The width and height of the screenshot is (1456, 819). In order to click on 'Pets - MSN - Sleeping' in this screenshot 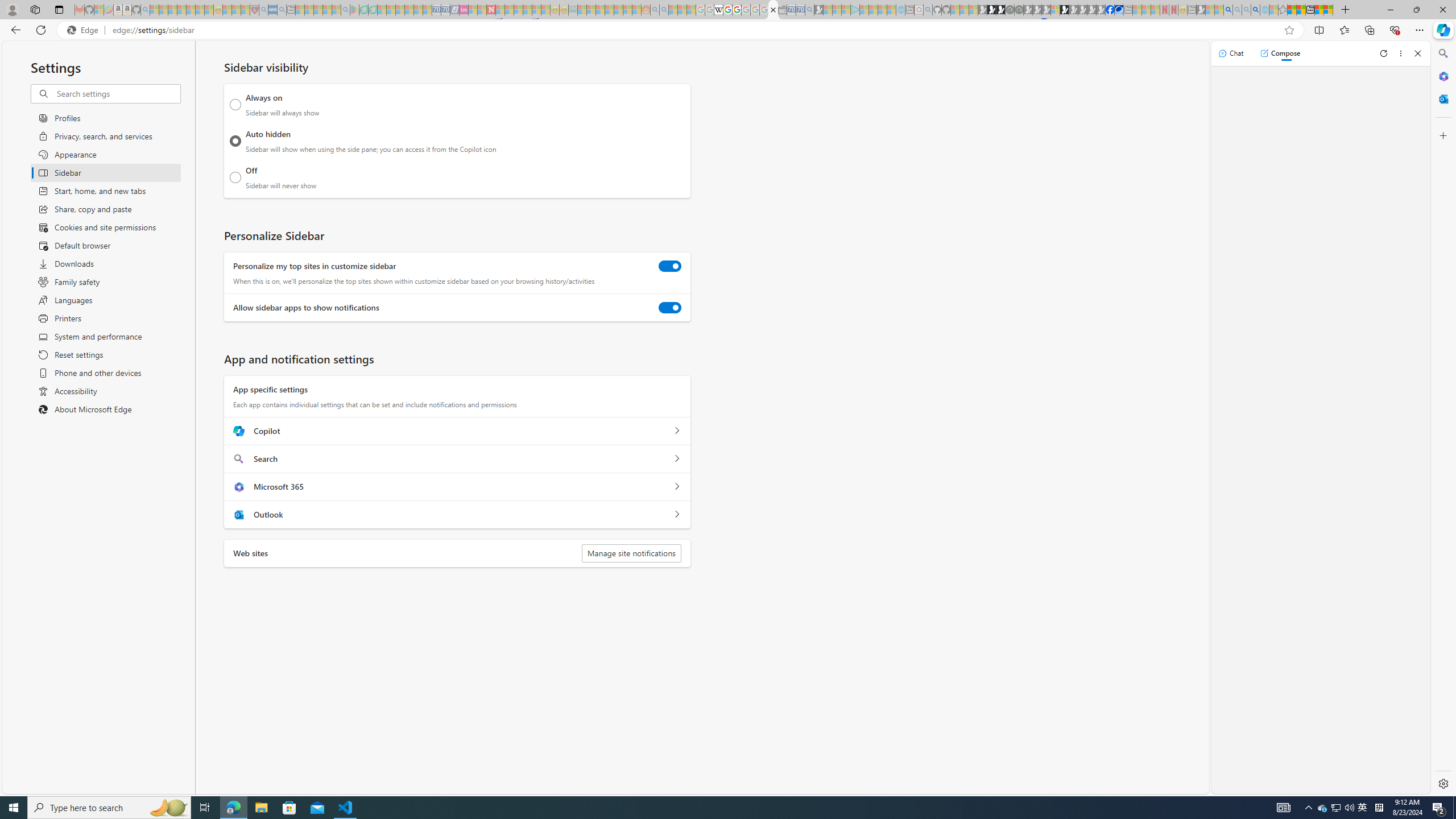, I will do `click(326, 9)`.